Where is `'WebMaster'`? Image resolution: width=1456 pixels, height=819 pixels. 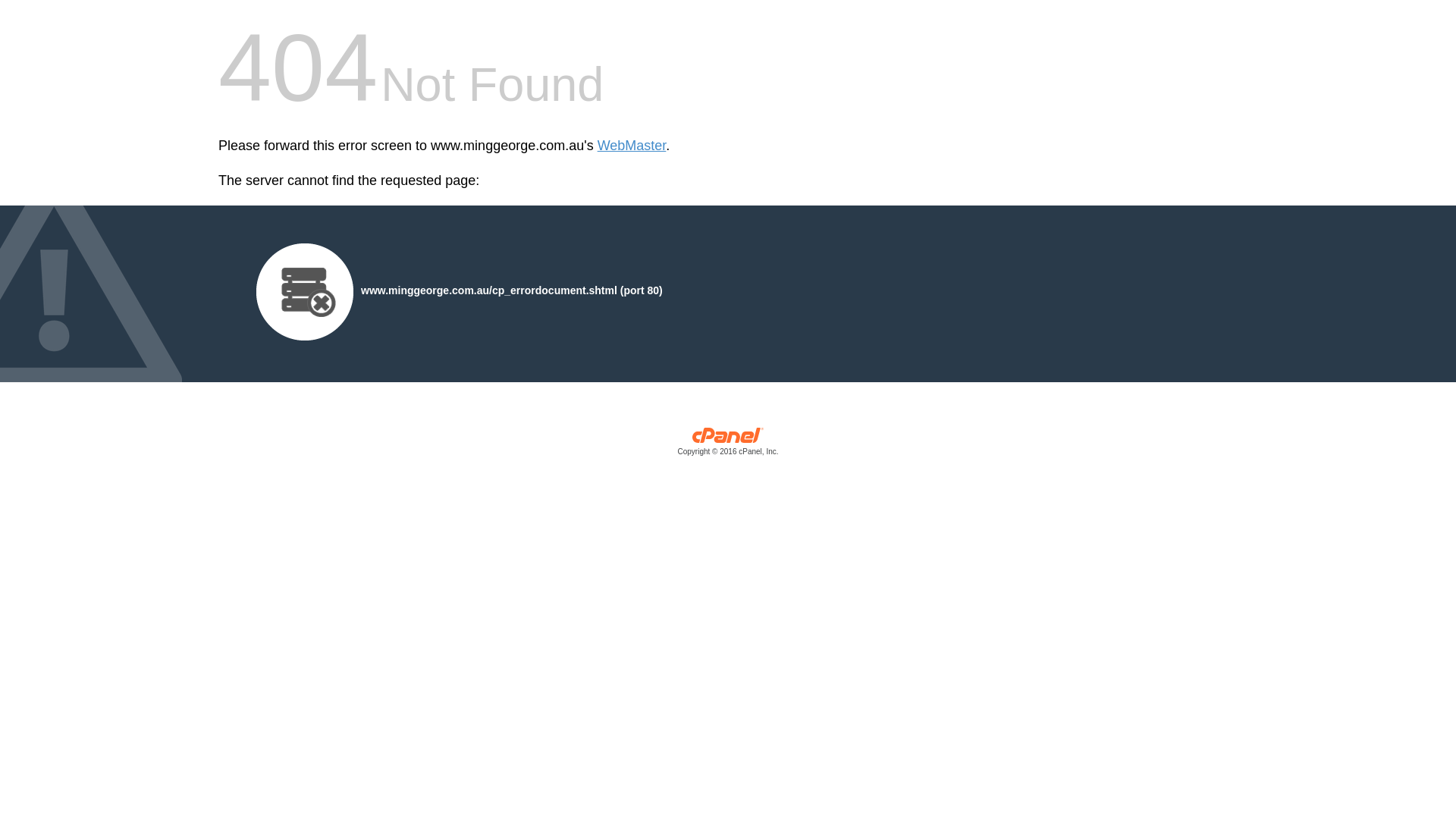 'WebMaster' is located at coordinates (632, 146).